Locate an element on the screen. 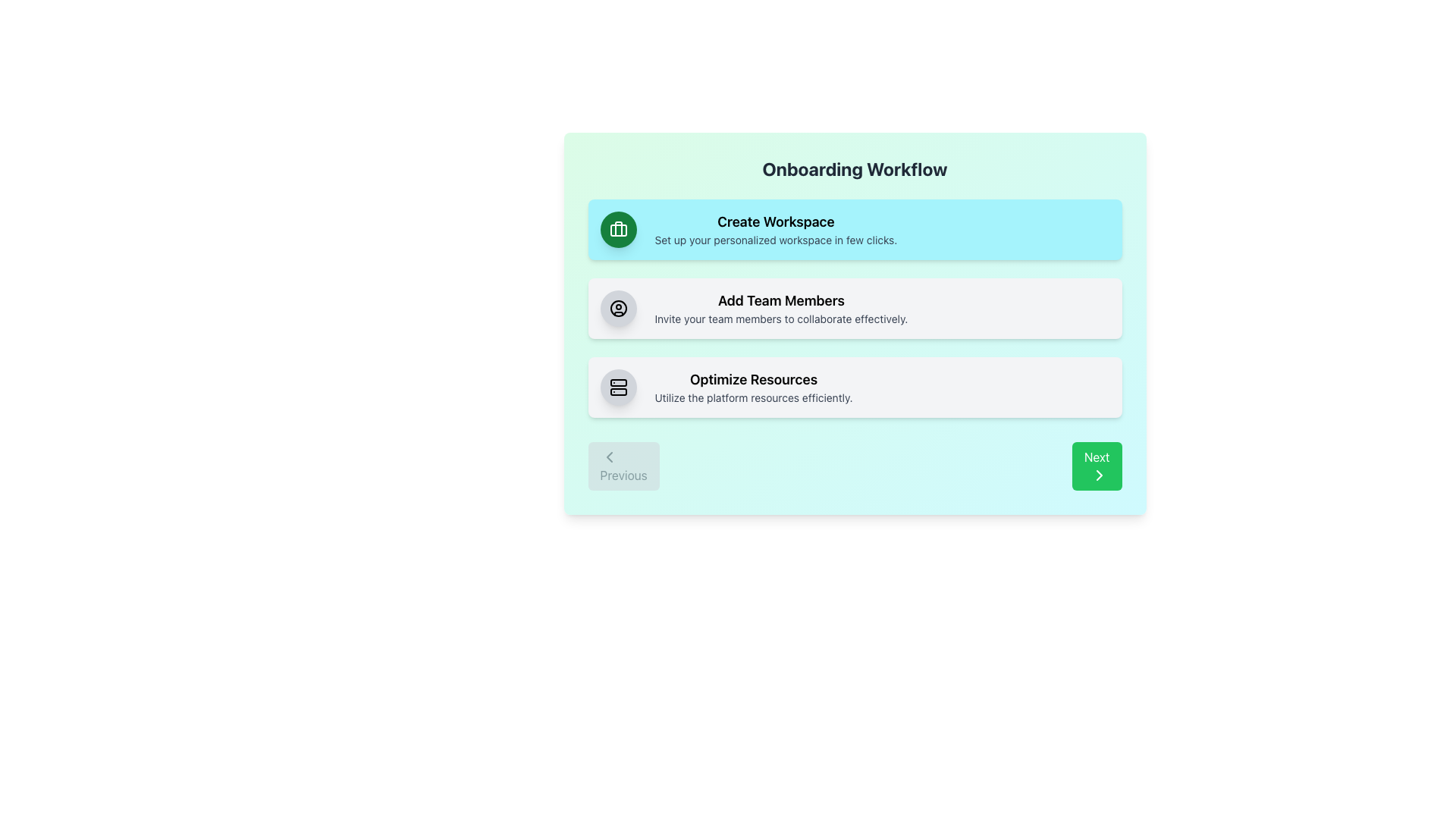 This screenshot has height=819, width=1456. the textual information component titled 'Optimize Resources' to read its content is located at coordinates (753, 386).